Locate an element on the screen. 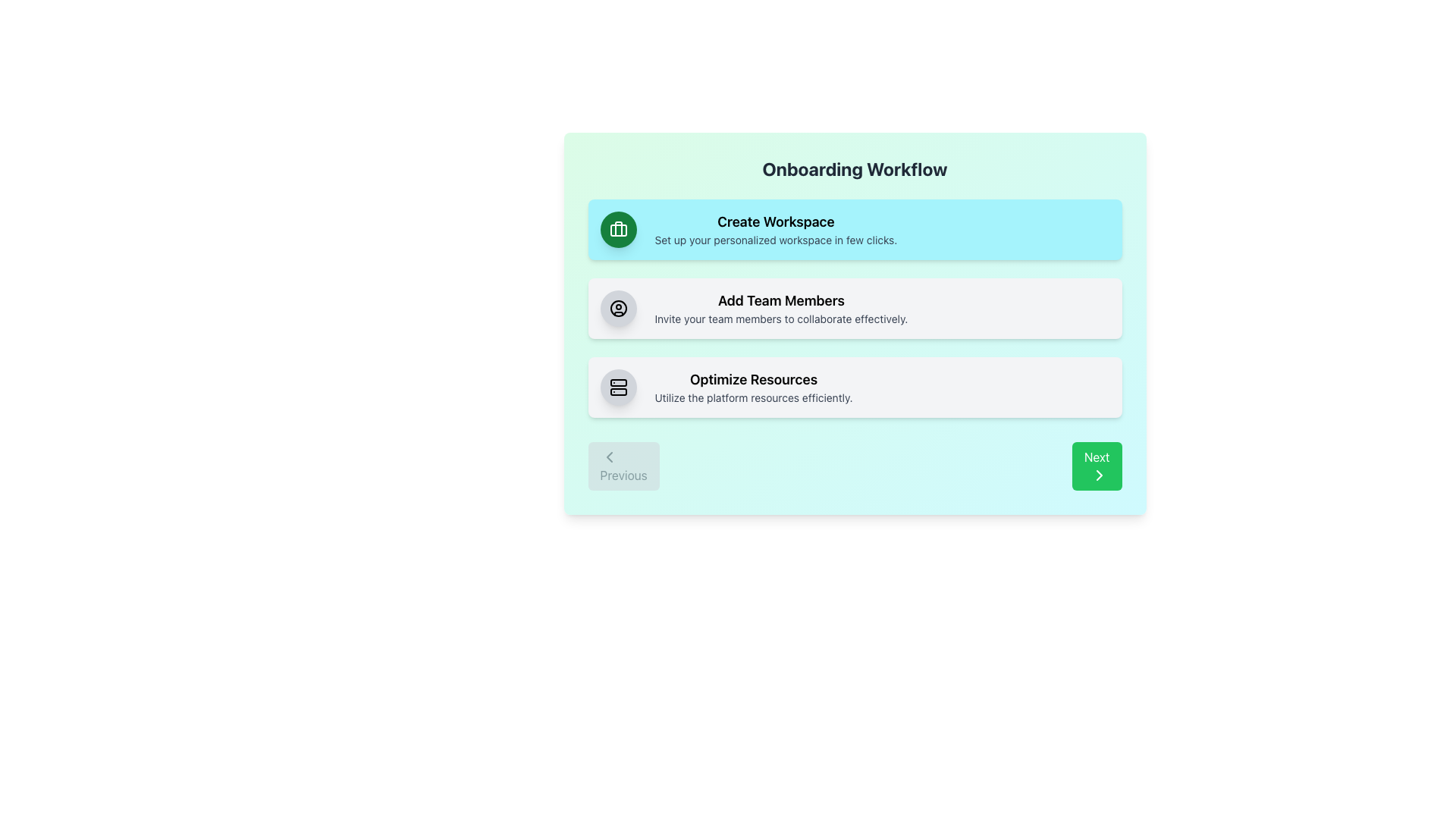 This screenshot has height=819, width=1456. the textual information component titled 'Optimize Resources' to read its content is located at coordinates (753, 386).